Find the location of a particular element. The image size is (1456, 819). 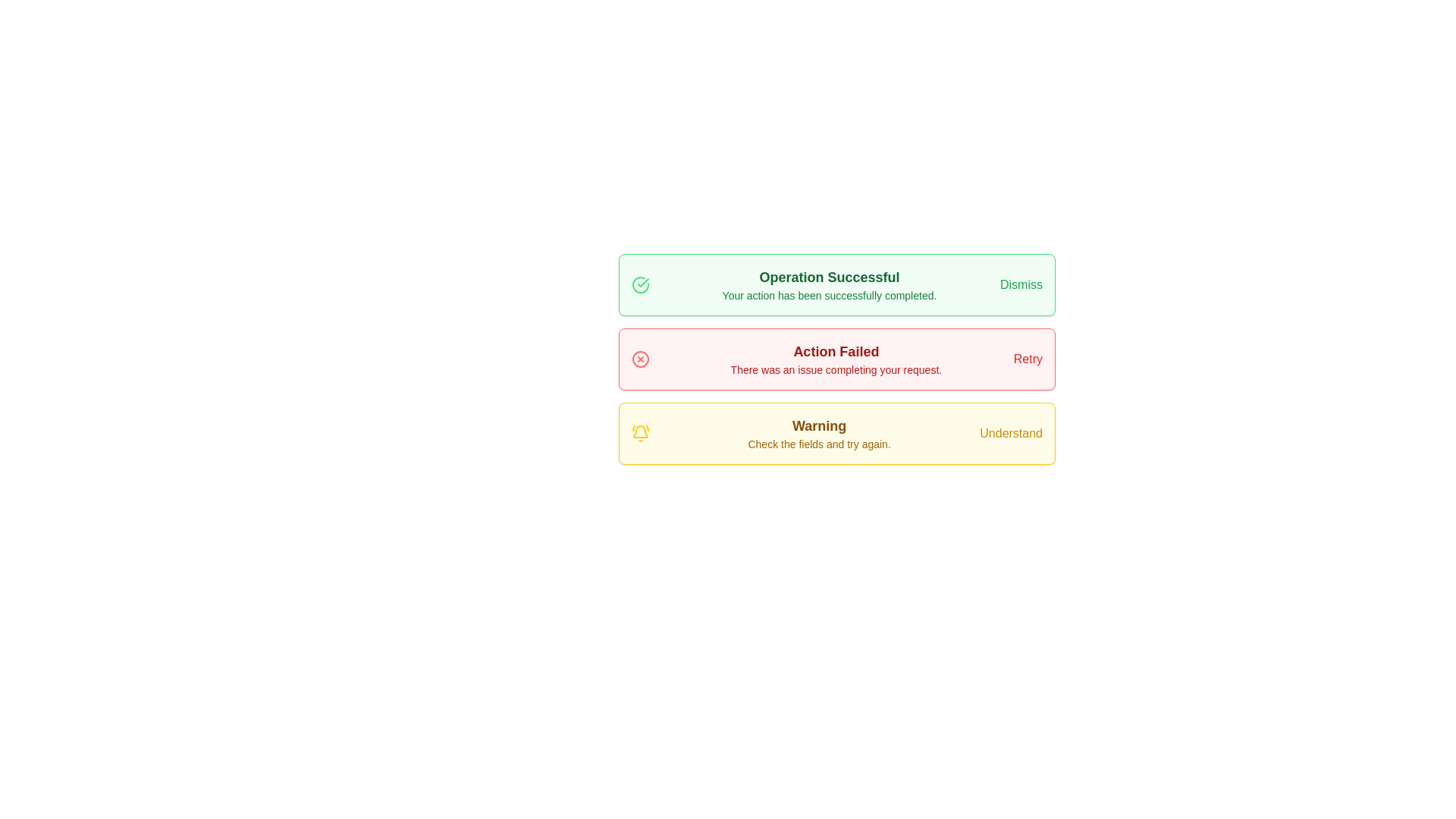

the topmost alert box text display that communicates successful operation to the user, positioned at the top of the interface is located at coordinates (829, 278).